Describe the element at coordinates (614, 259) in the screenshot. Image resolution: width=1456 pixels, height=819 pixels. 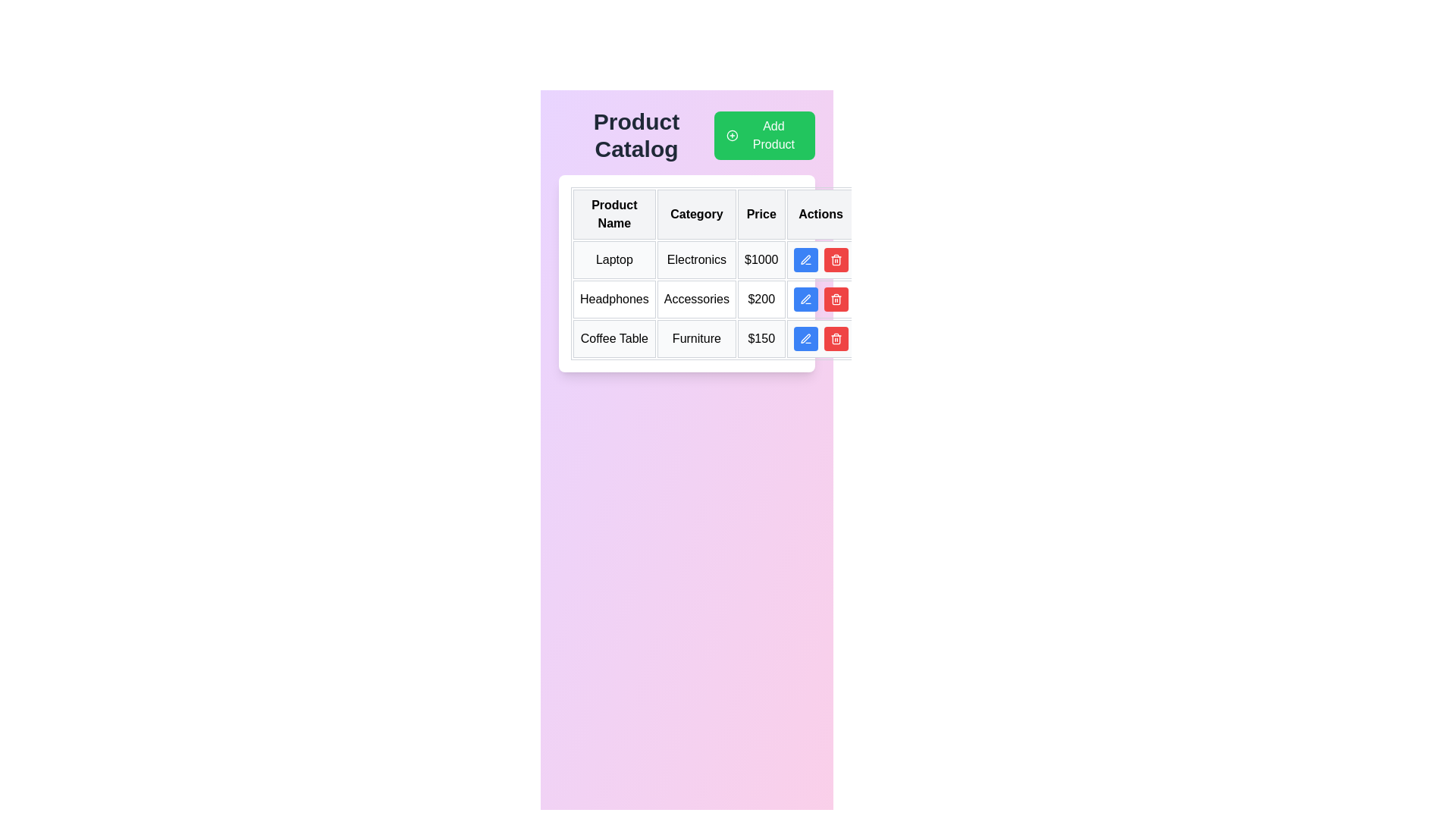
I see `the text label containing the word 'Laptop', which is the first cell in the row under the 'Product Name' header of the table` at that location.